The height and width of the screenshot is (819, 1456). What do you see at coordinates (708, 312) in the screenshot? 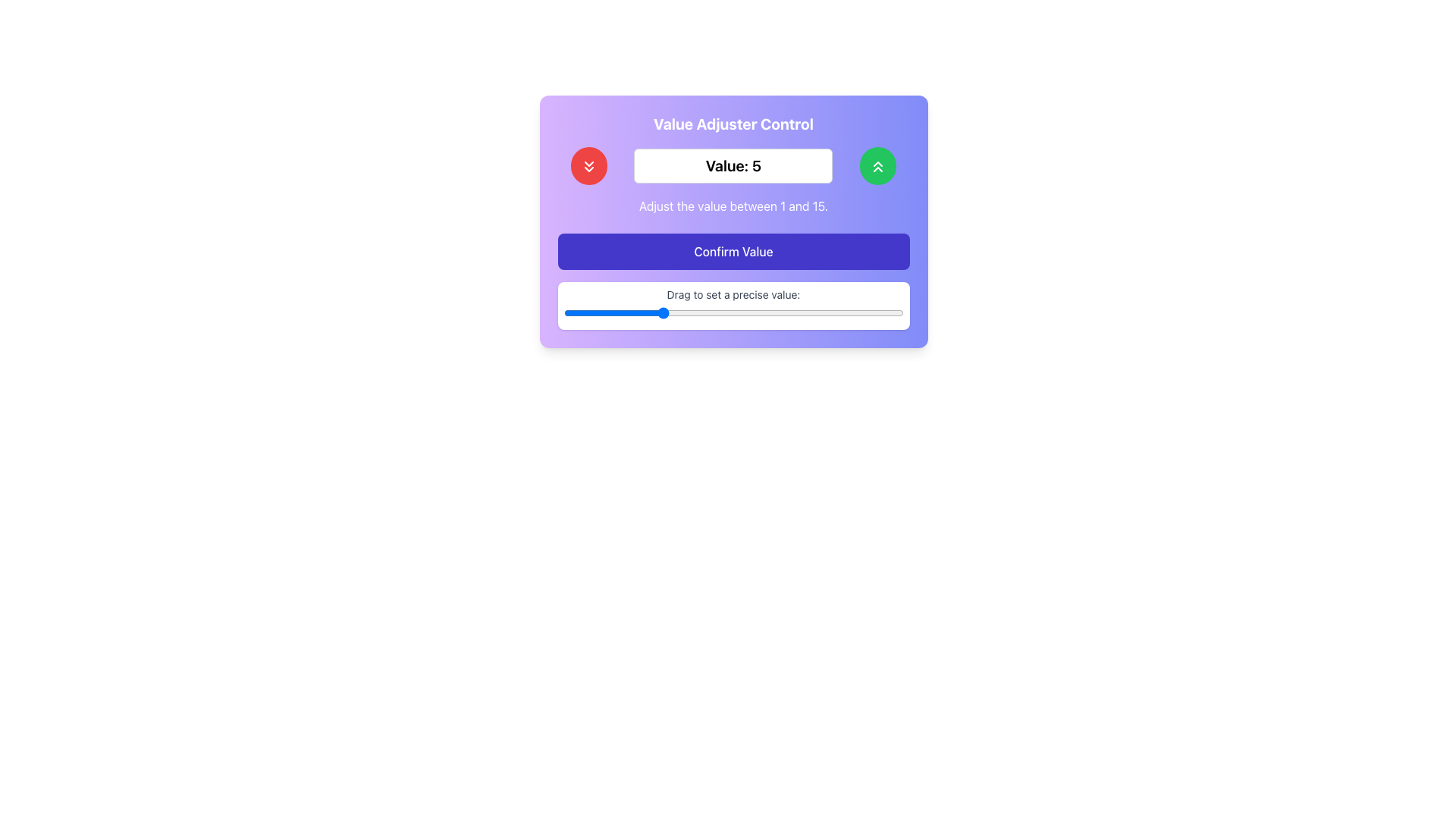
I see `the slider value` at bounding box center [708, 312].